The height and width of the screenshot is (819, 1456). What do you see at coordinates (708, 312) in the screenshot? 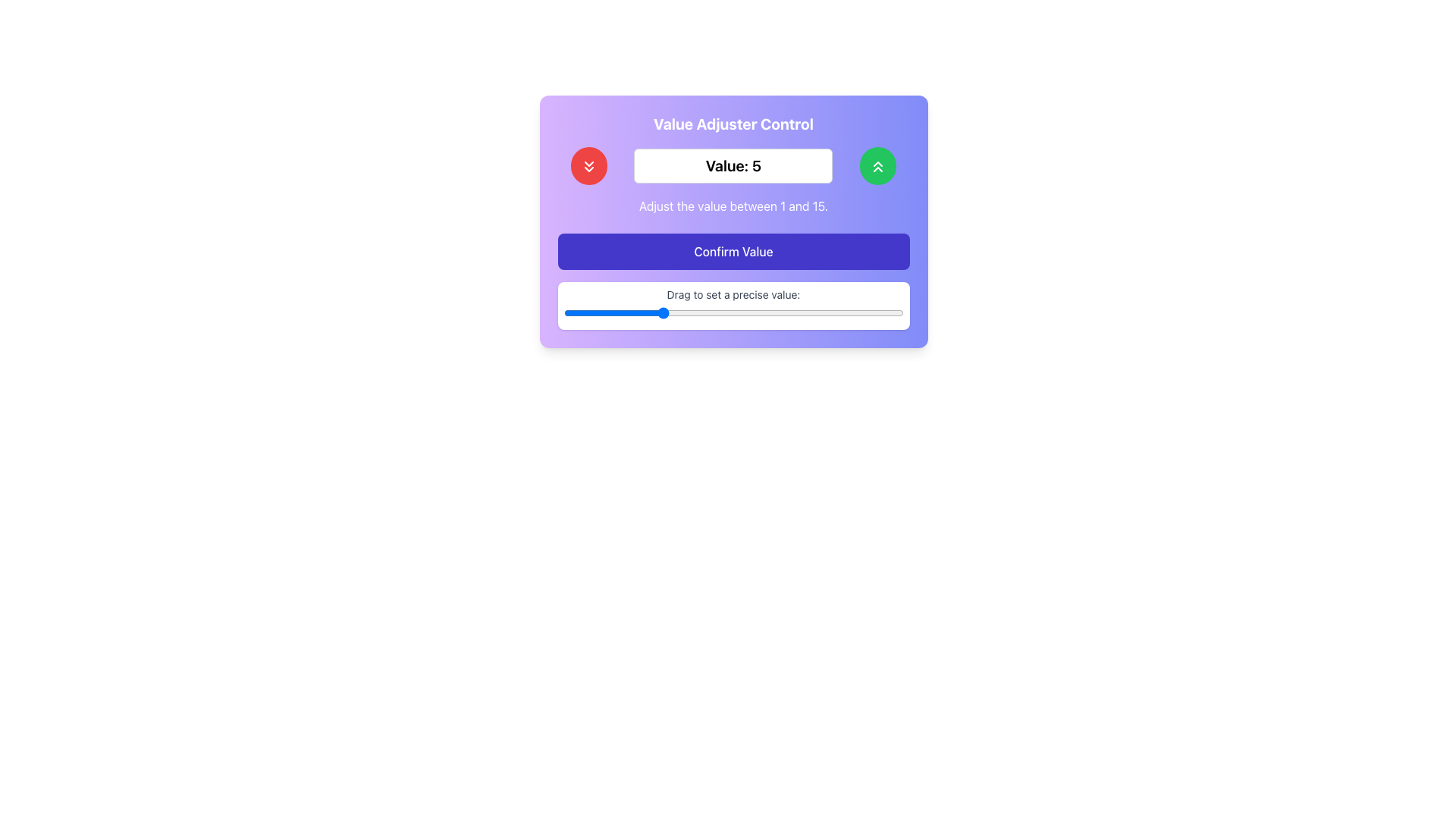
I see `the slider value` at bounding box center [708, 312].